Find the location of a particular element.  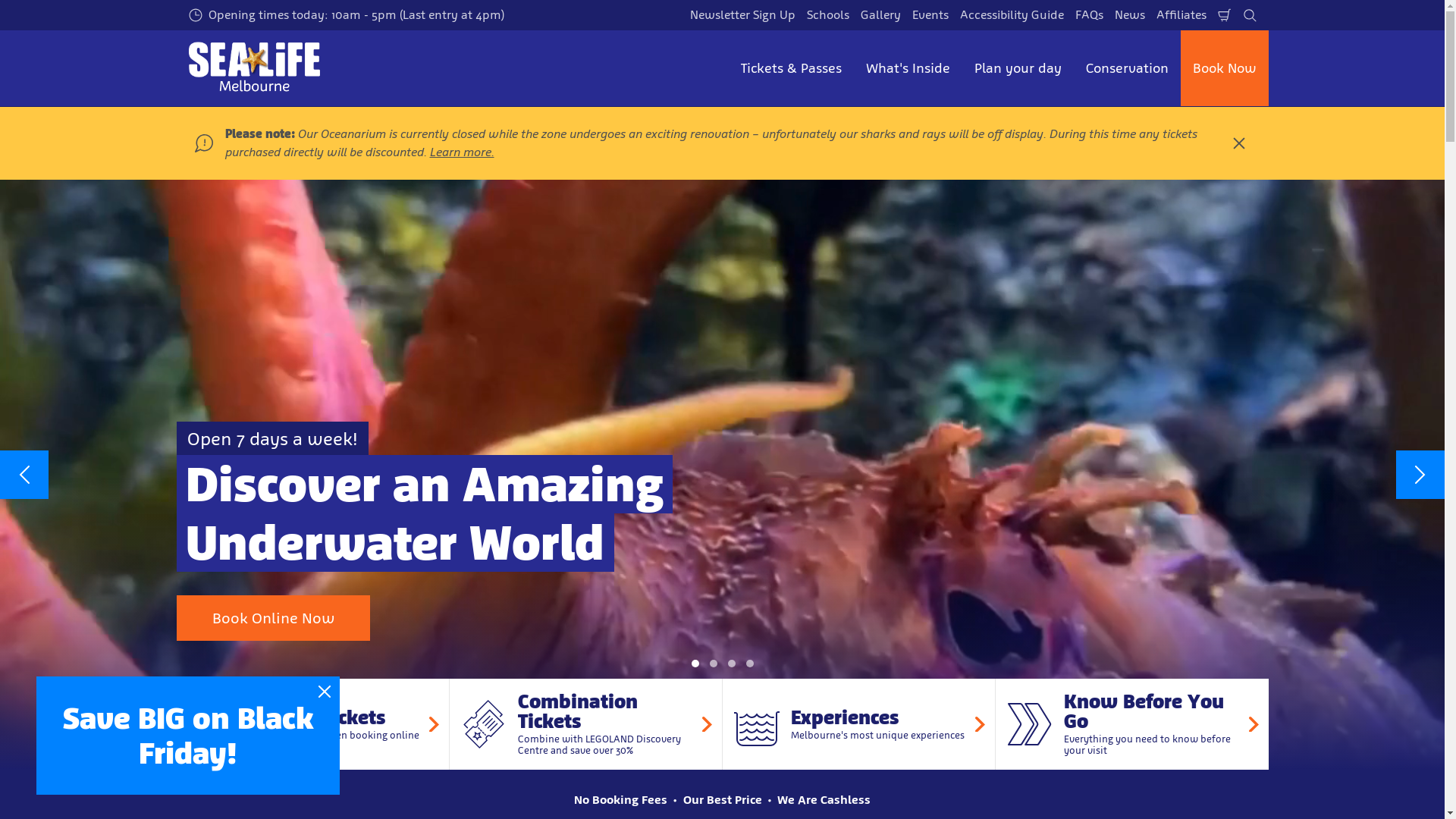

'Newsletter Sign Up' is located at coordinates (742, 14).